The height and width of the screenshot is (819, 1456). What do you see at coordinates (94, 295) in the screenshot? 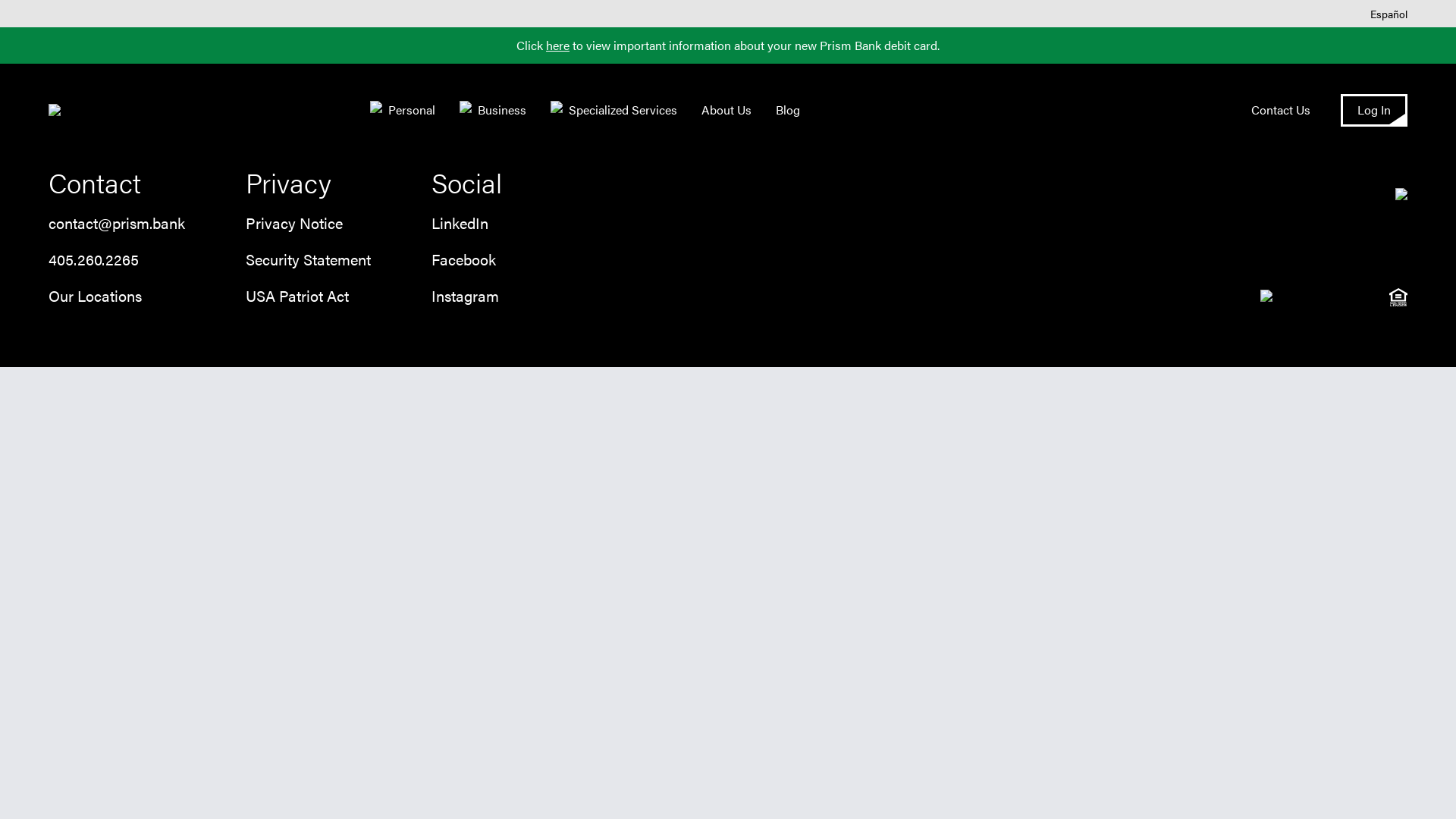
I see `'Our Locations'` at bounding box center [94, 295].